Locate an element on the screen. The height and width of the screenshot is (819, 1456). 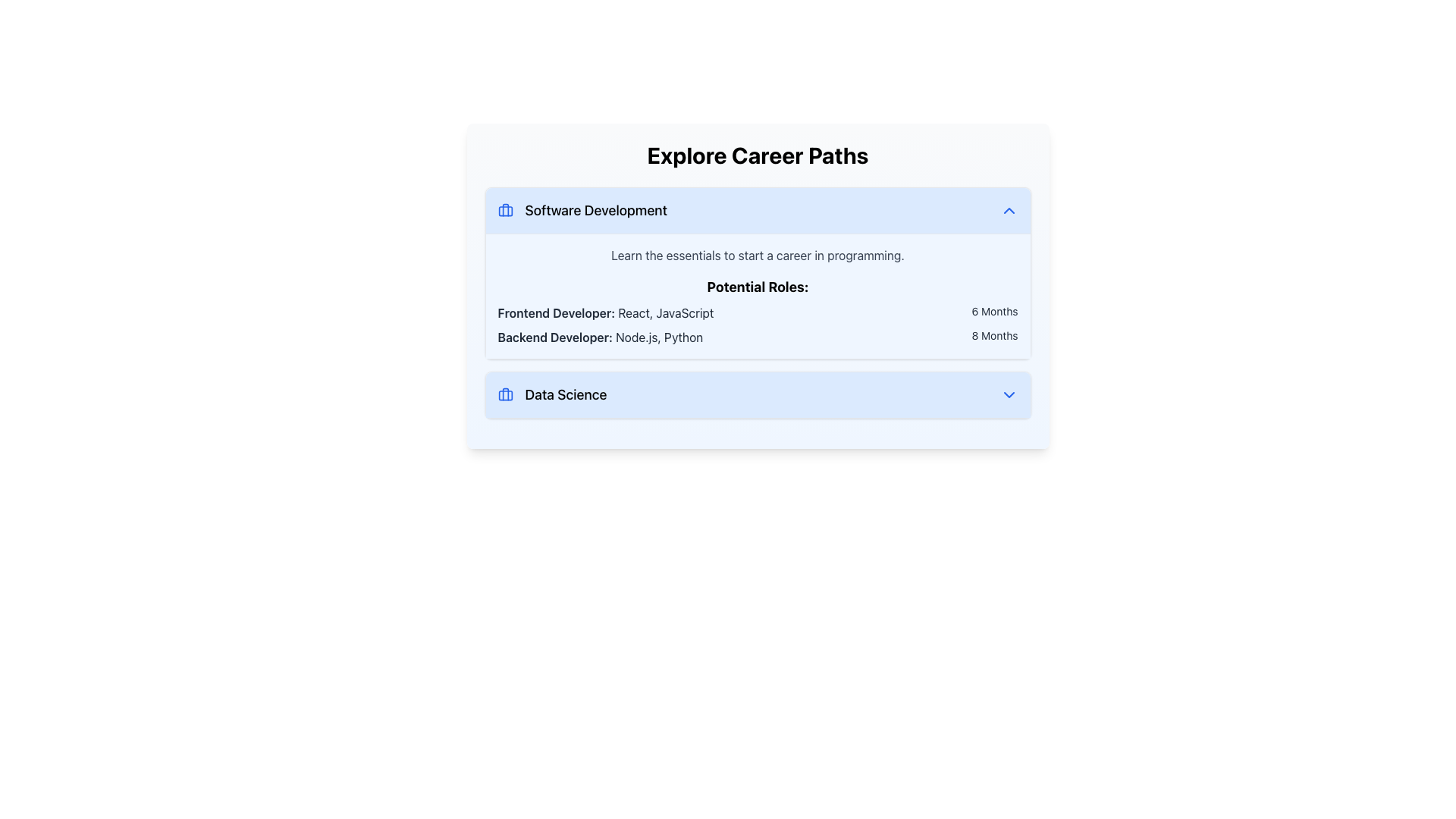
the briefcase icon representing 'Software Development' is located at coordinates (505, 210).